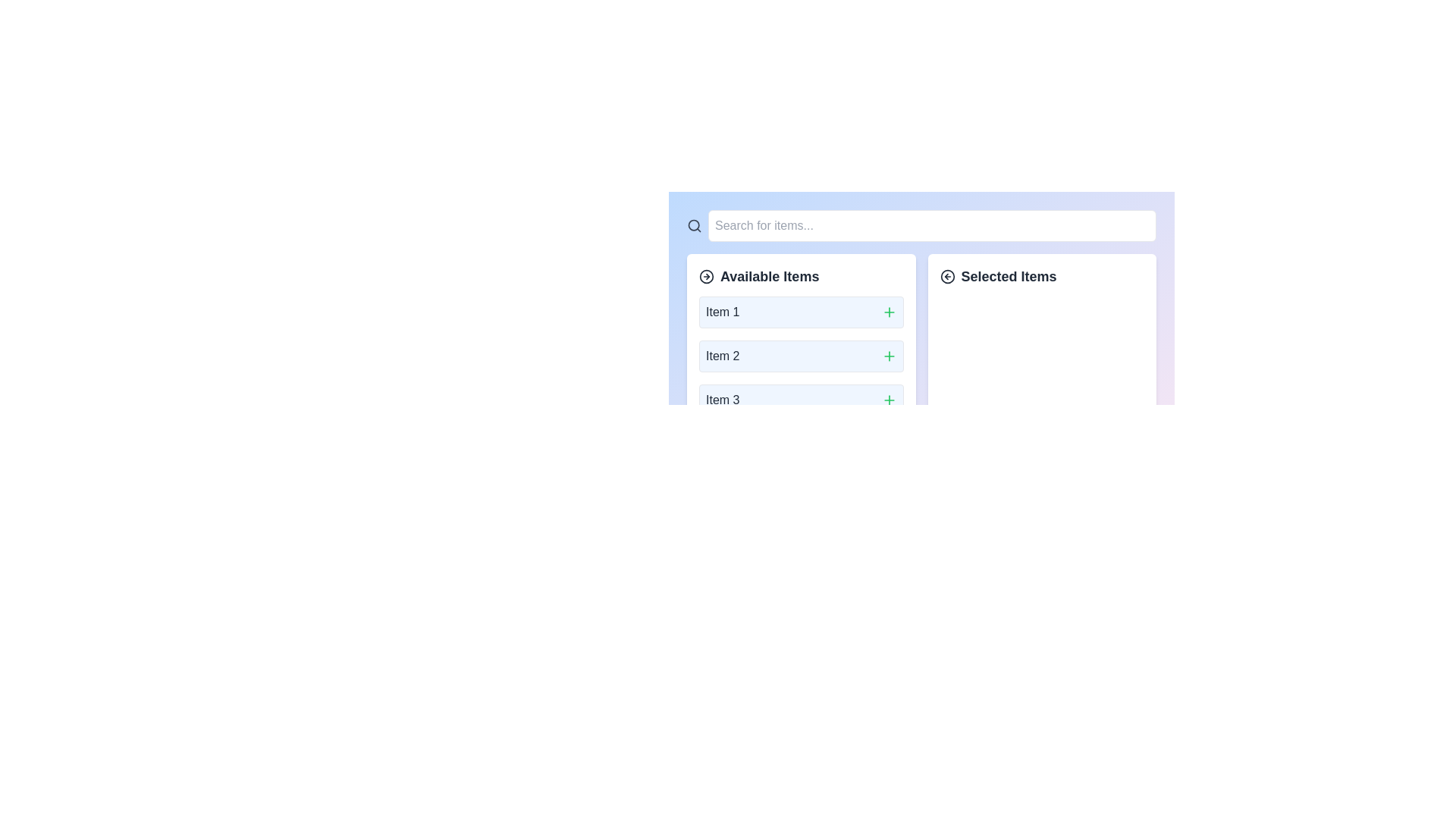 The height and width of the screenshot is (819, 1456). What do you see at coordinates (693, 225) in the screenshot?
I see `the small circle representing a graphical component, part of the search icon located in the top-left corner of the interface, adjacent to the search input field` at bounding box center [693, 225].